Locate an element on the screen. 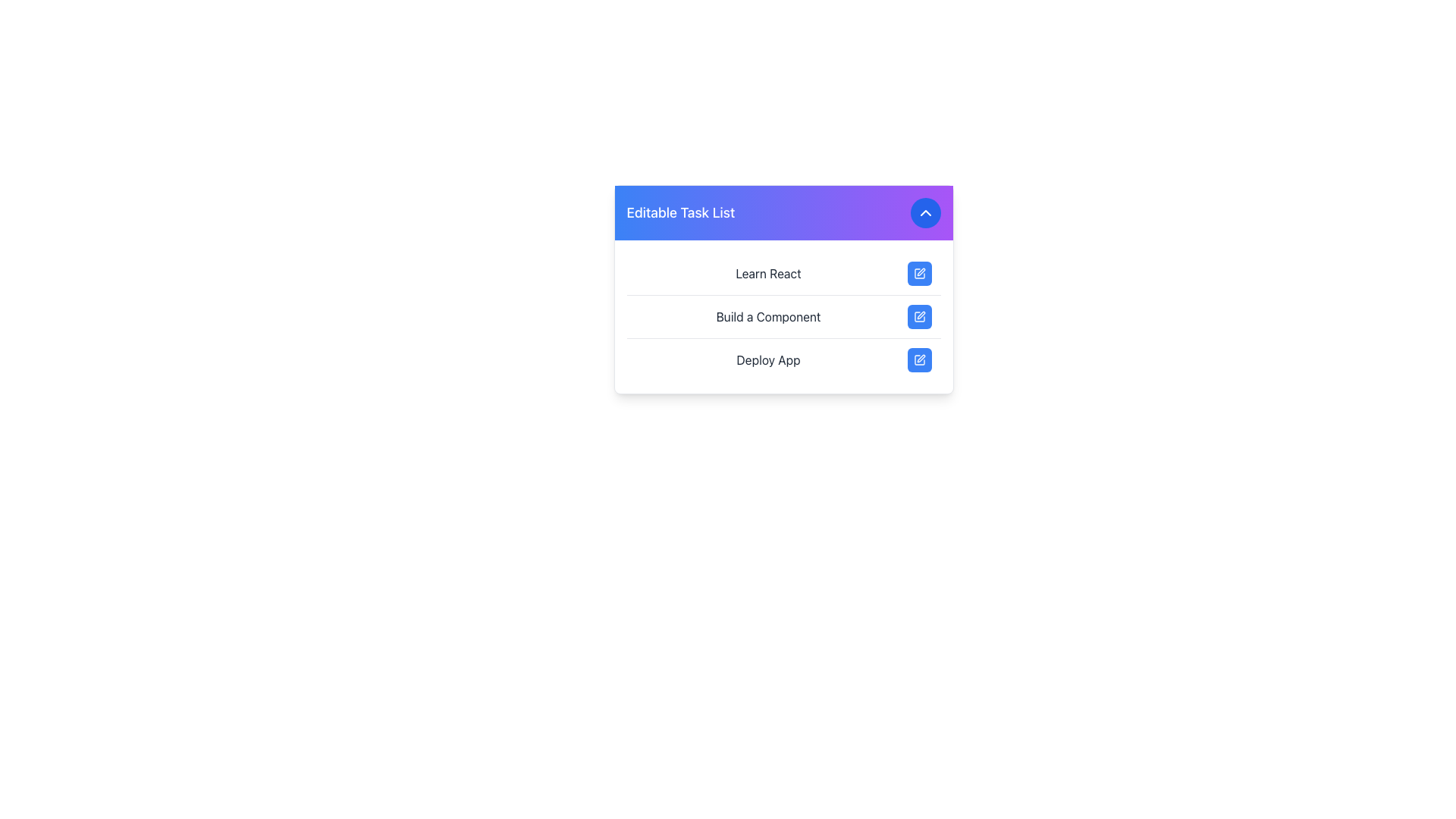  the Chevron-Up icon located at the top-right corner of the 'Editable Task List' card is located at coordinates (924, 213).